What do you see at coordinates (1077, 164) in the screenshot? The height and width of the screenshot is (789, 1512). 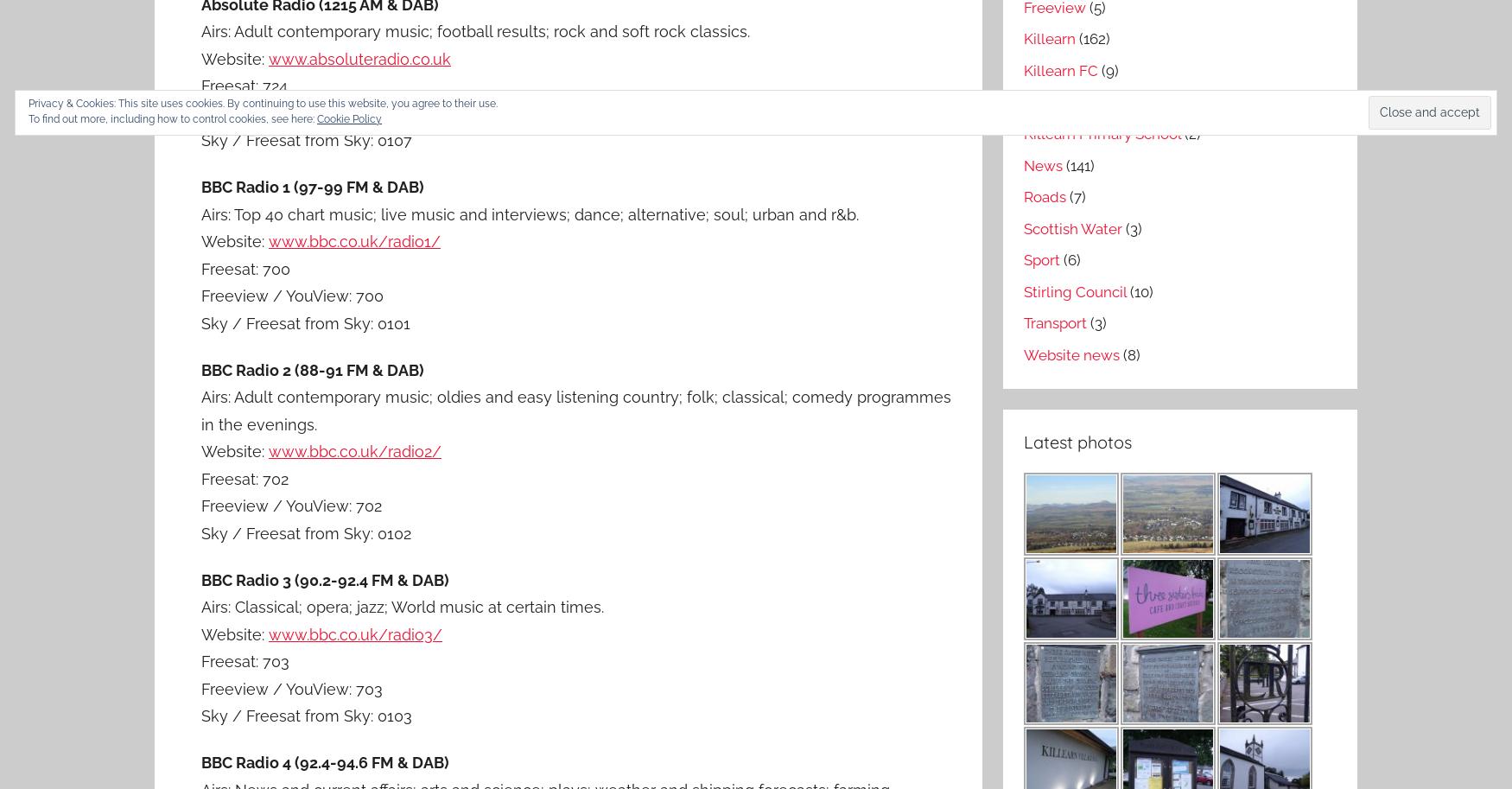 I see `'(141)'` at bounding box center [1077, 164].